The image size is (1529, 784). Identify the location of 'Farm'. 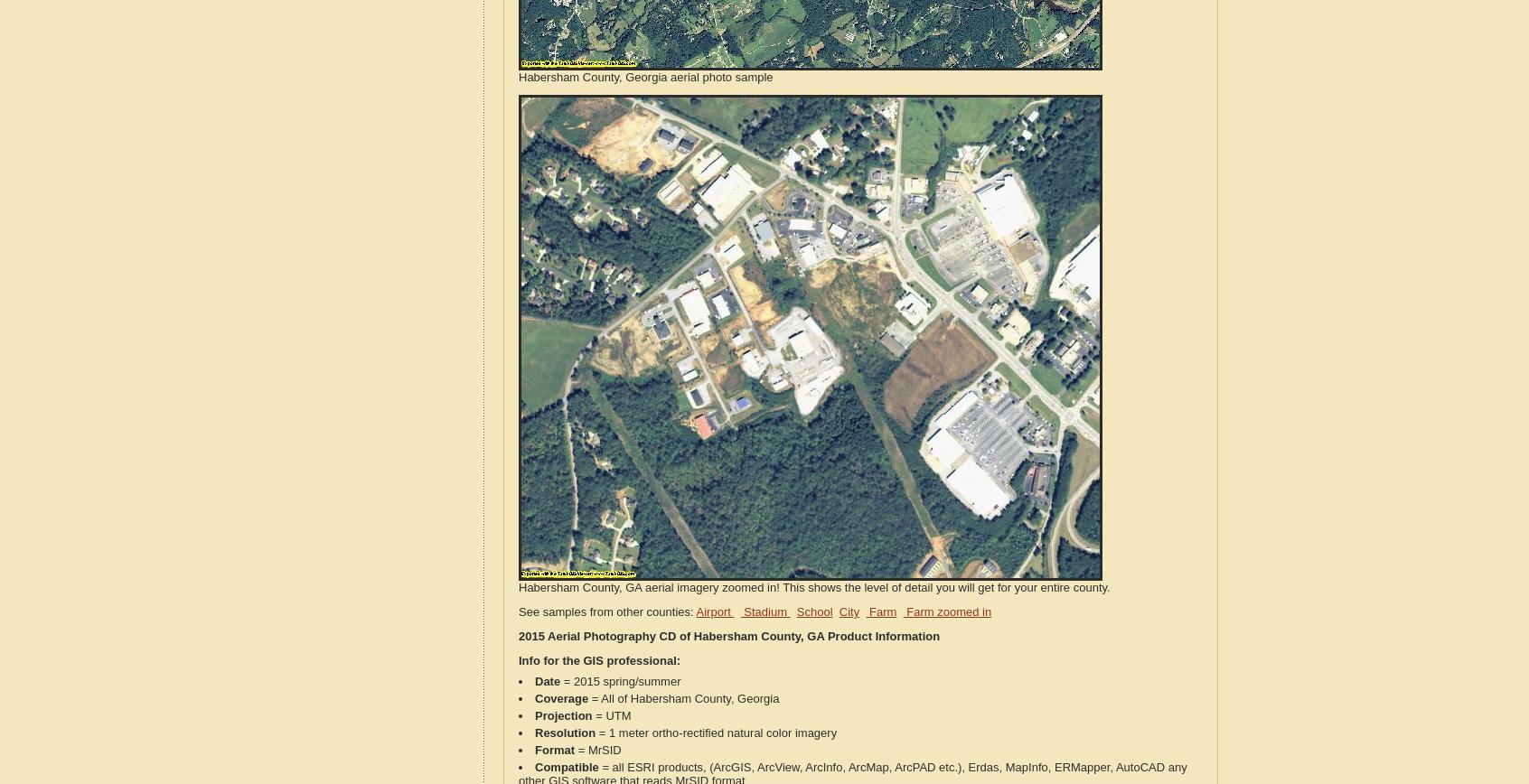
(880, 611).